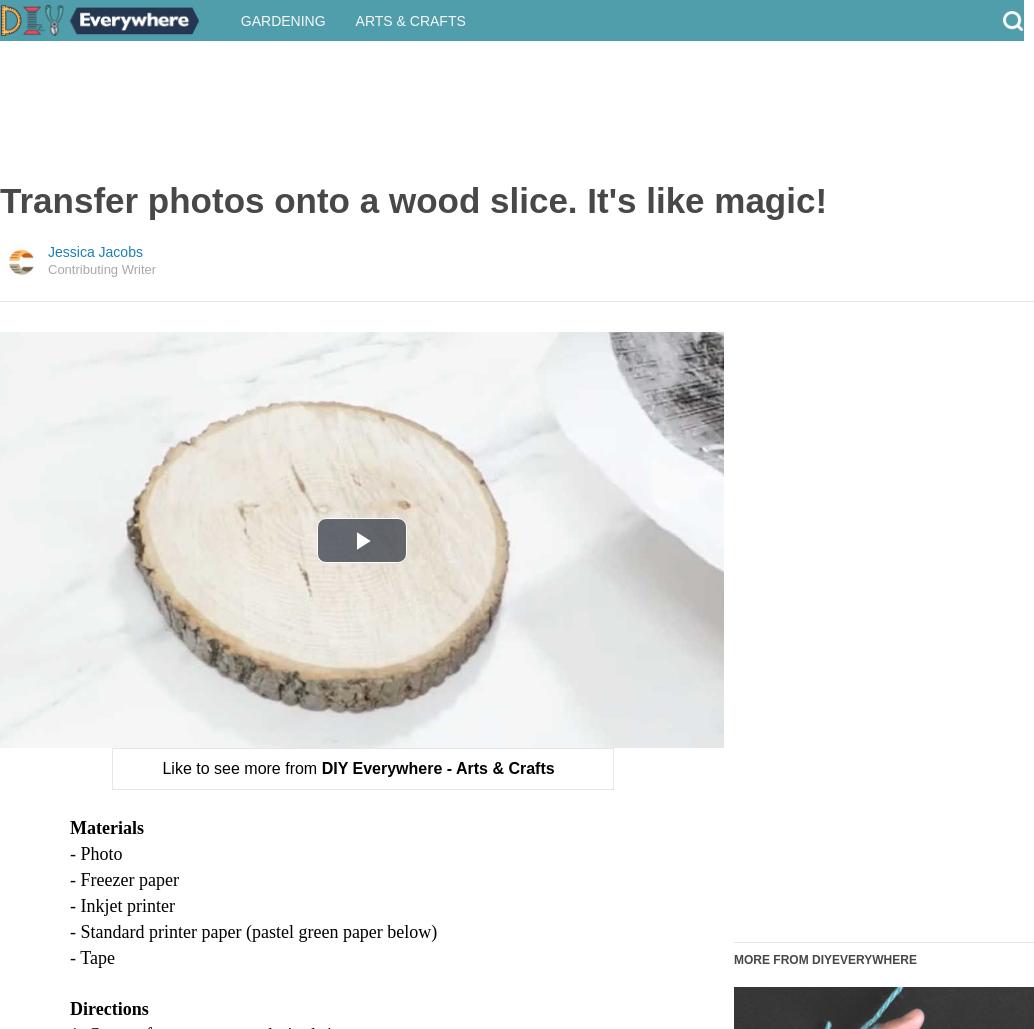 The image size is (1034, 1029). What do you see at coordinates (436, 787) in the screenshot?
I see `'DIY Everywhere - Arts & Crafts'` at bounding box center [436, 787].